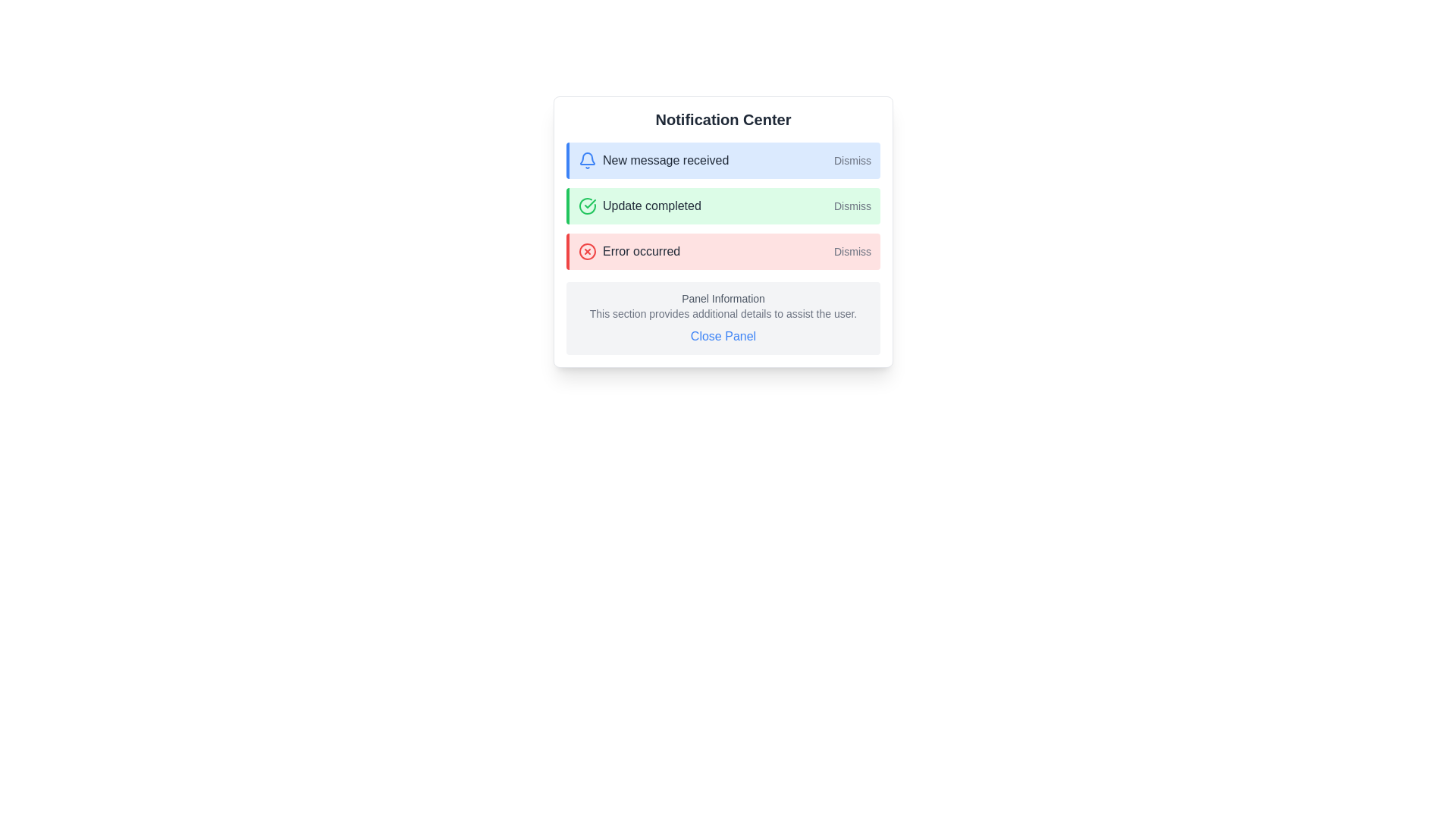 The width and height of the screenshot is (1456, 819). Describe the element at coordinates (852, 206) in the screenshot. I see `the 'Dismiss' button on the right side of the green-themed notification banner to change its color` at that location.